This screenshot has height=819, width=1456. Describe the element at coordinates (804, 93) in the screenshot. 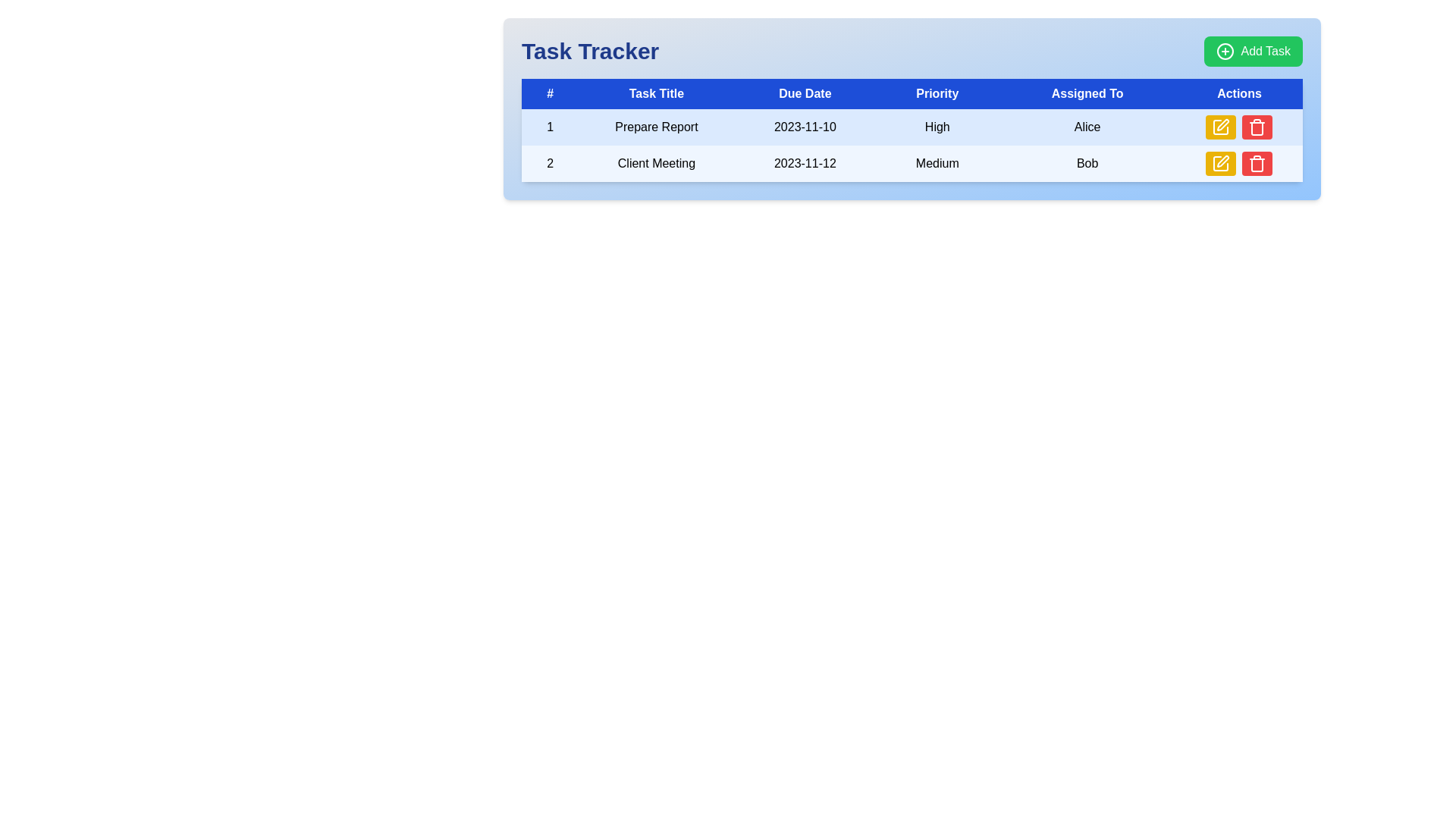

I see `the 'Due Date' text label, which is displayed in white font on a blue background, located in the third column of the table header` at that location.